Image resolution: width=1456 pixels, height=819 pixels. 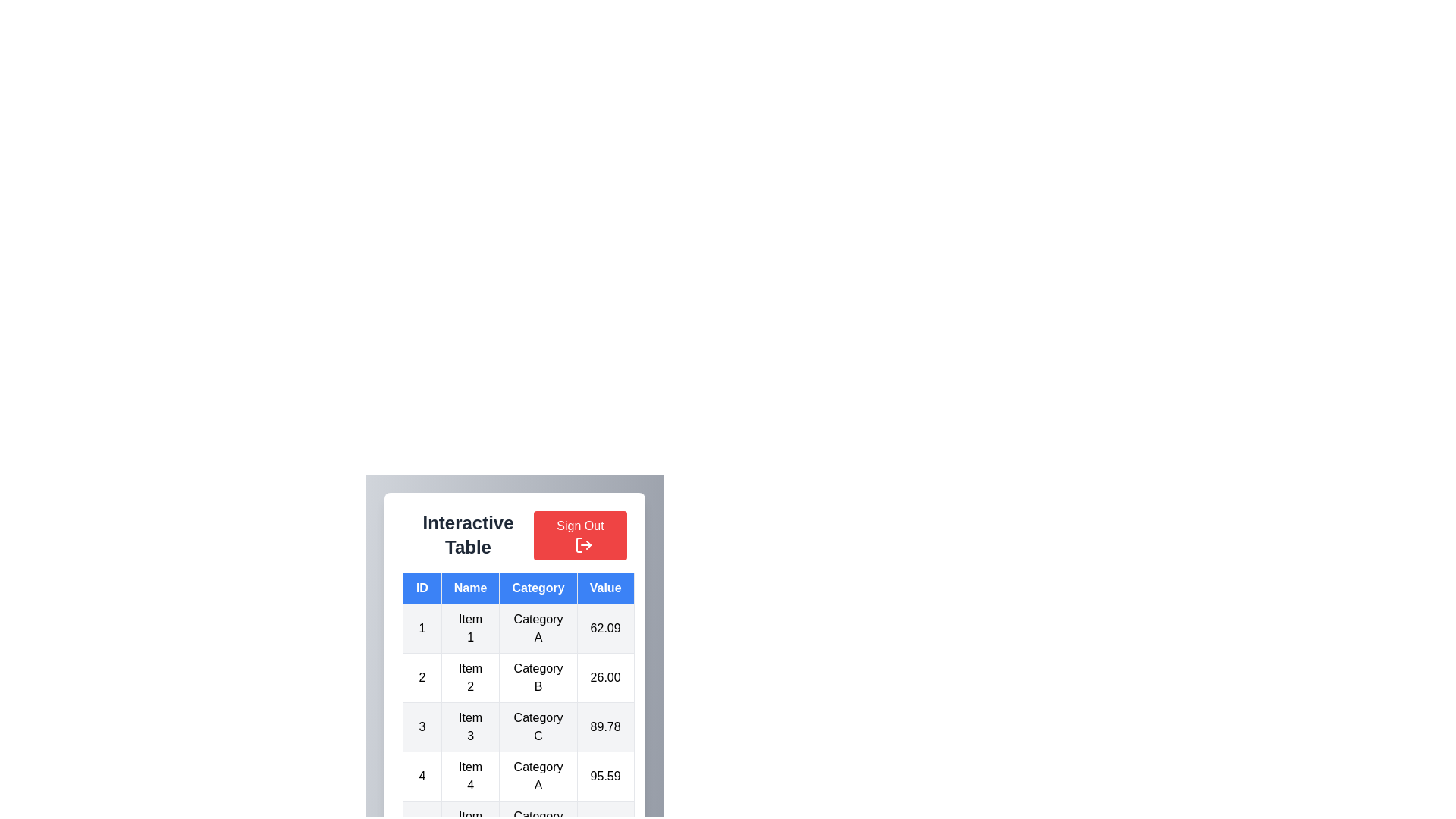 What do you see at coordinates (604, 587) in the screenshot?
I see `the Value to sort the table by that column` at bounding box center [604, 587].